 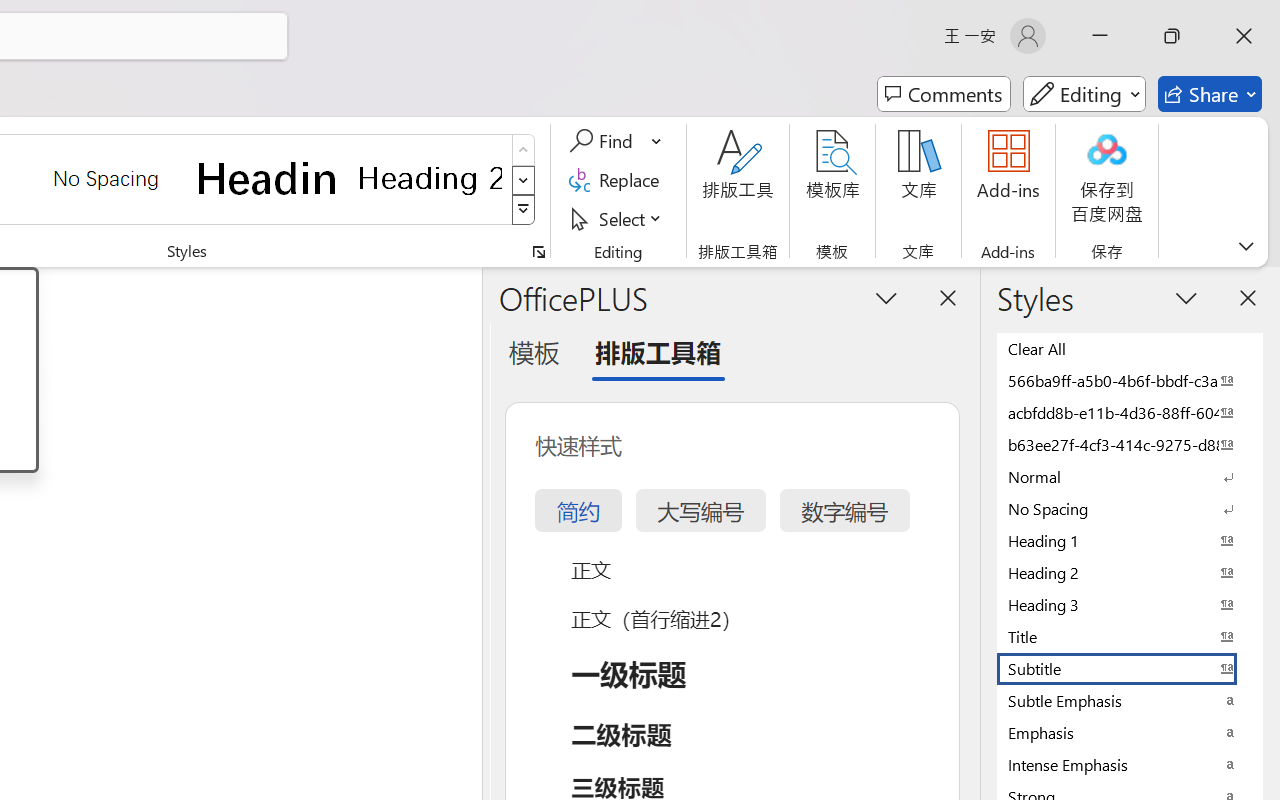 I want to click on 'Ribbon Display Options', so click(x=1245, y=245).